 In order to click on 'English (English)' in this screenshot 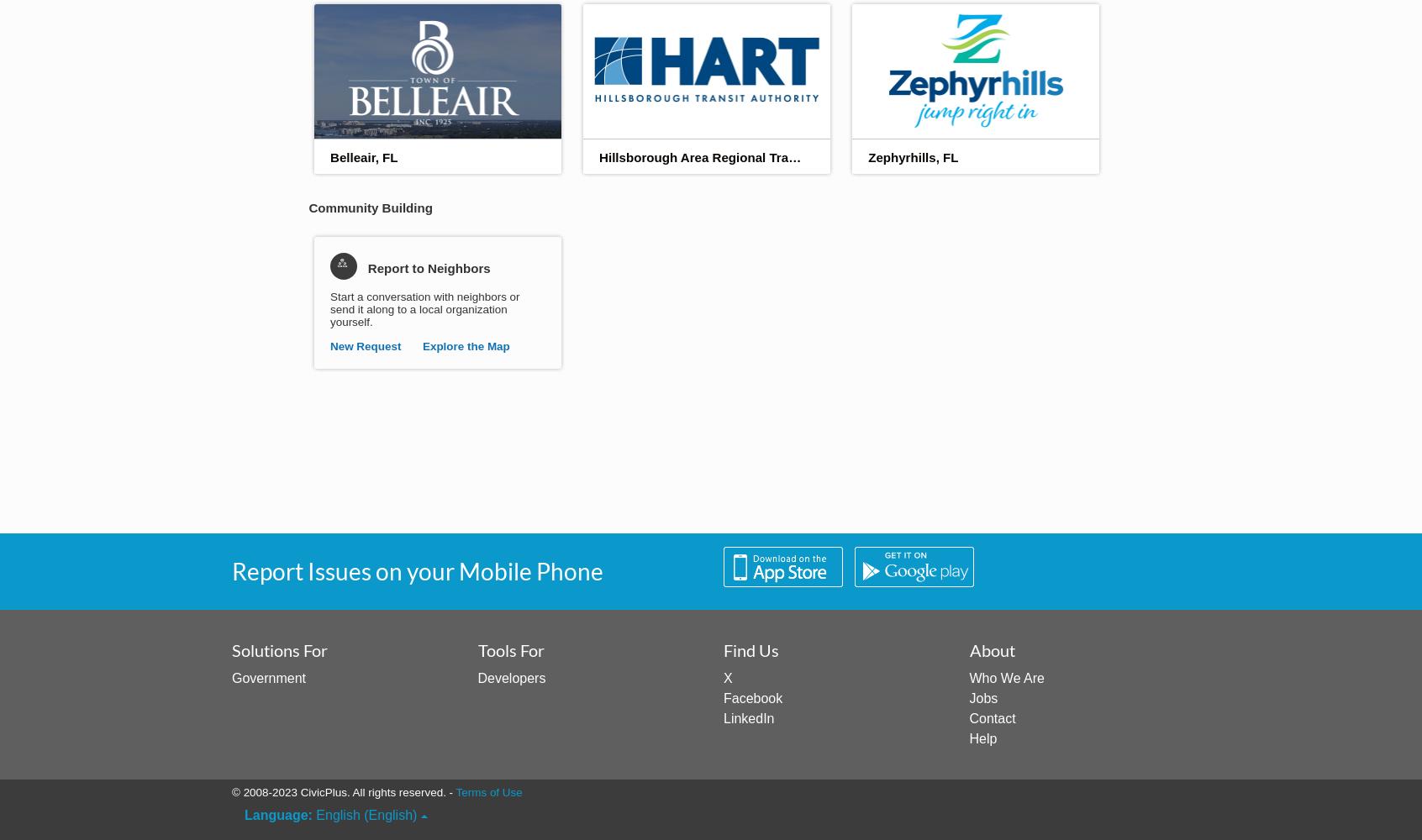, I will do `click(365, 814)`.